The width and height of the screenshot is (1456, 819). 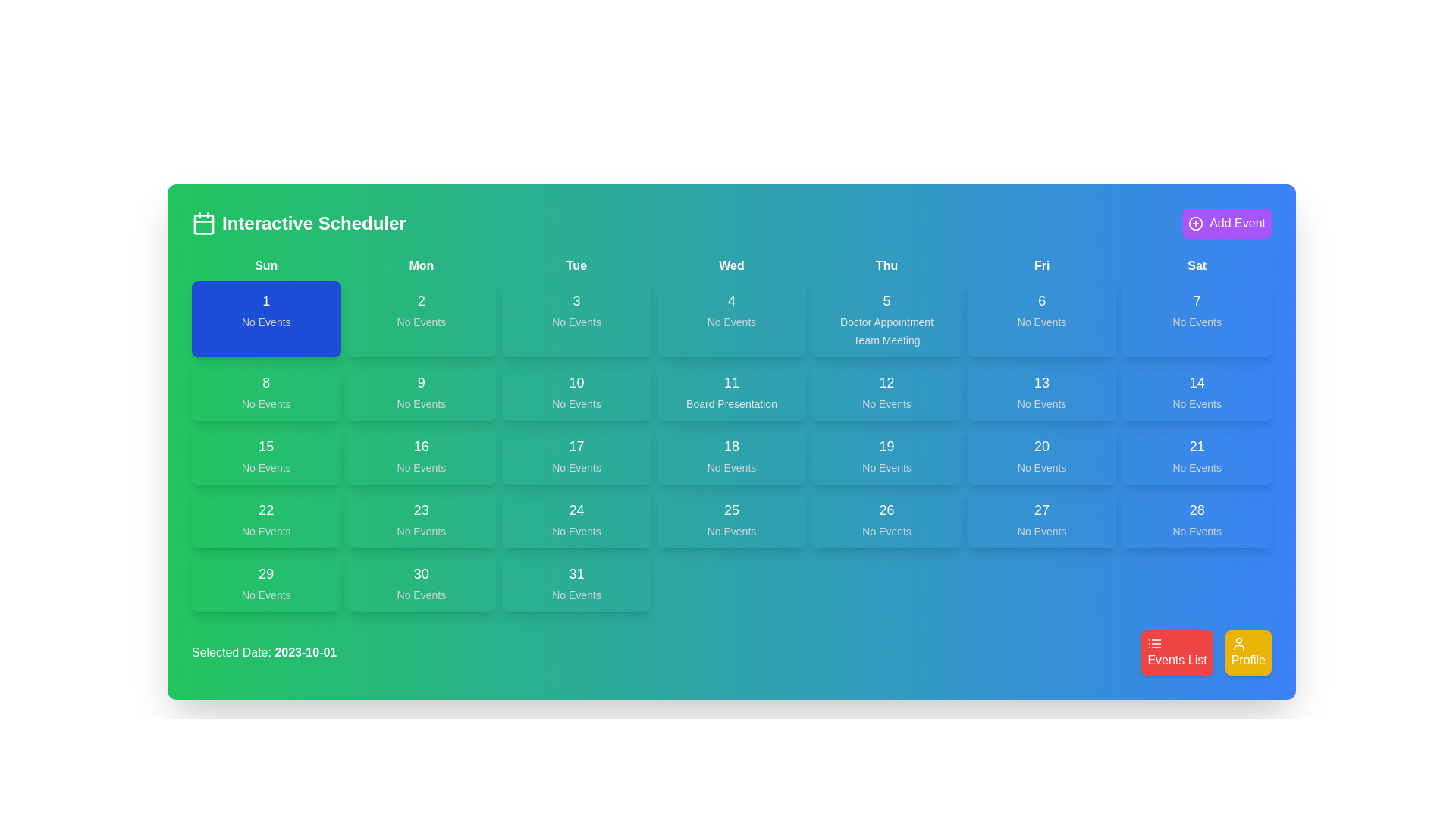 I want to click on the informational display box indicating the 14th day of the month in the calendar view, located in the seventh column and third row under the 'Sat' header, so click(x=1196, y=391).